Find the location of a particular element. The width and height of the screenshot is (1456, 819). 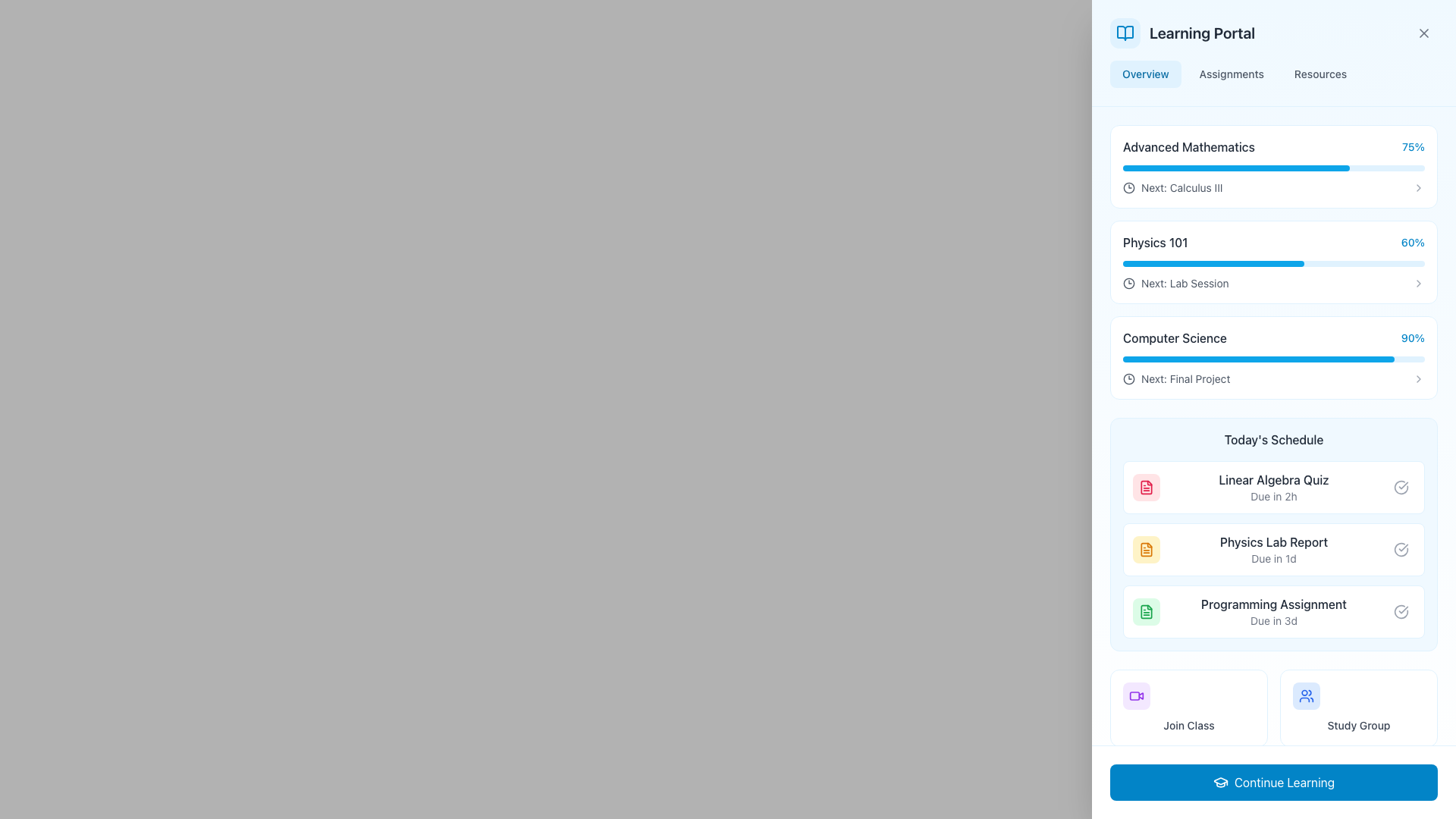

the list item indicating the next topic related to 'Advanced Mathematics' is located at coordinates (1274, 187).